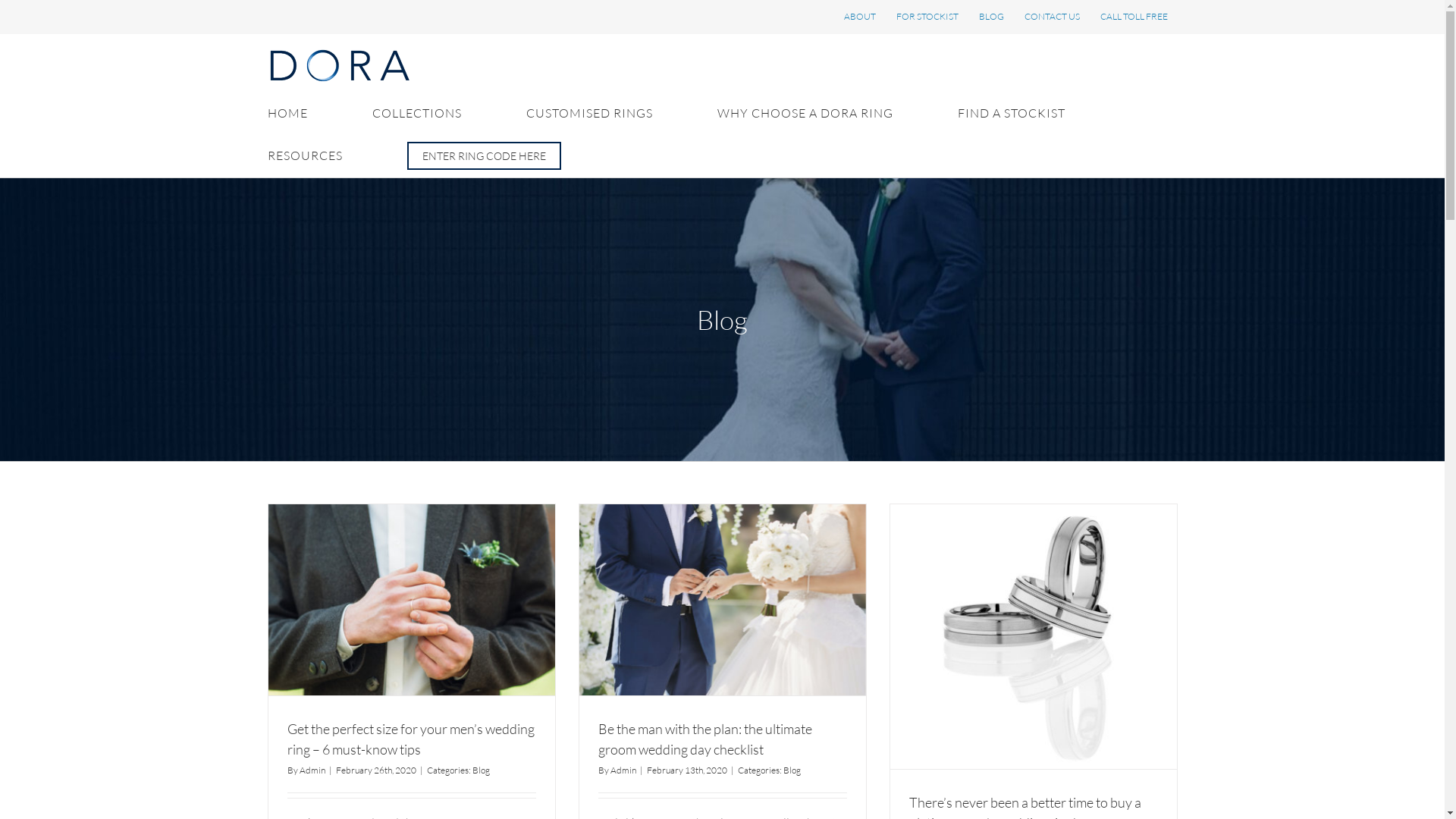 The image size is (1456, 819). Describe the element at coordinates (266, 112) in the screenshot. I see `'HOME'` at that location.